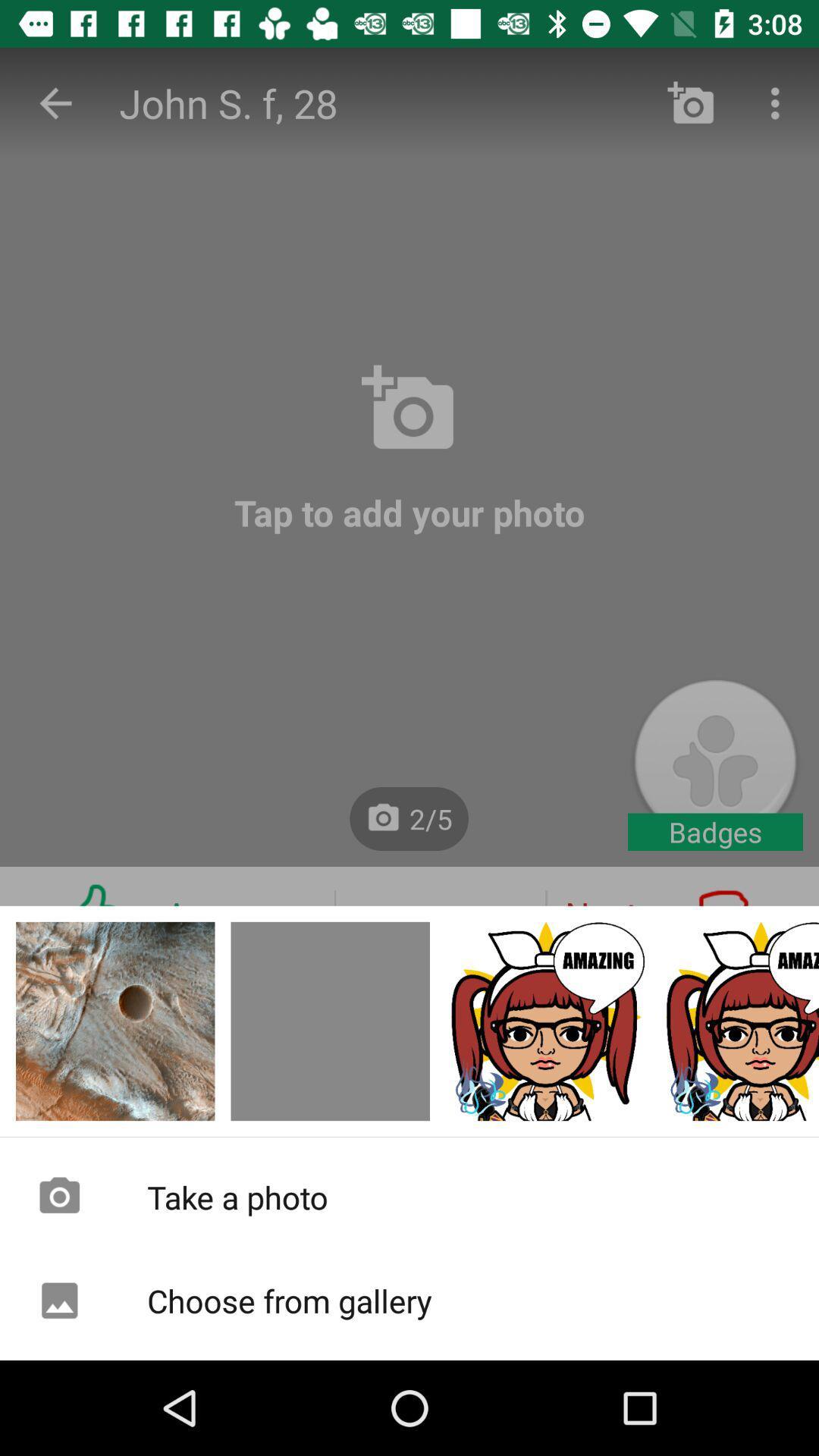  Describe the element at coordinates (329, 1021) in the screenshot. I see `come back` at that location.